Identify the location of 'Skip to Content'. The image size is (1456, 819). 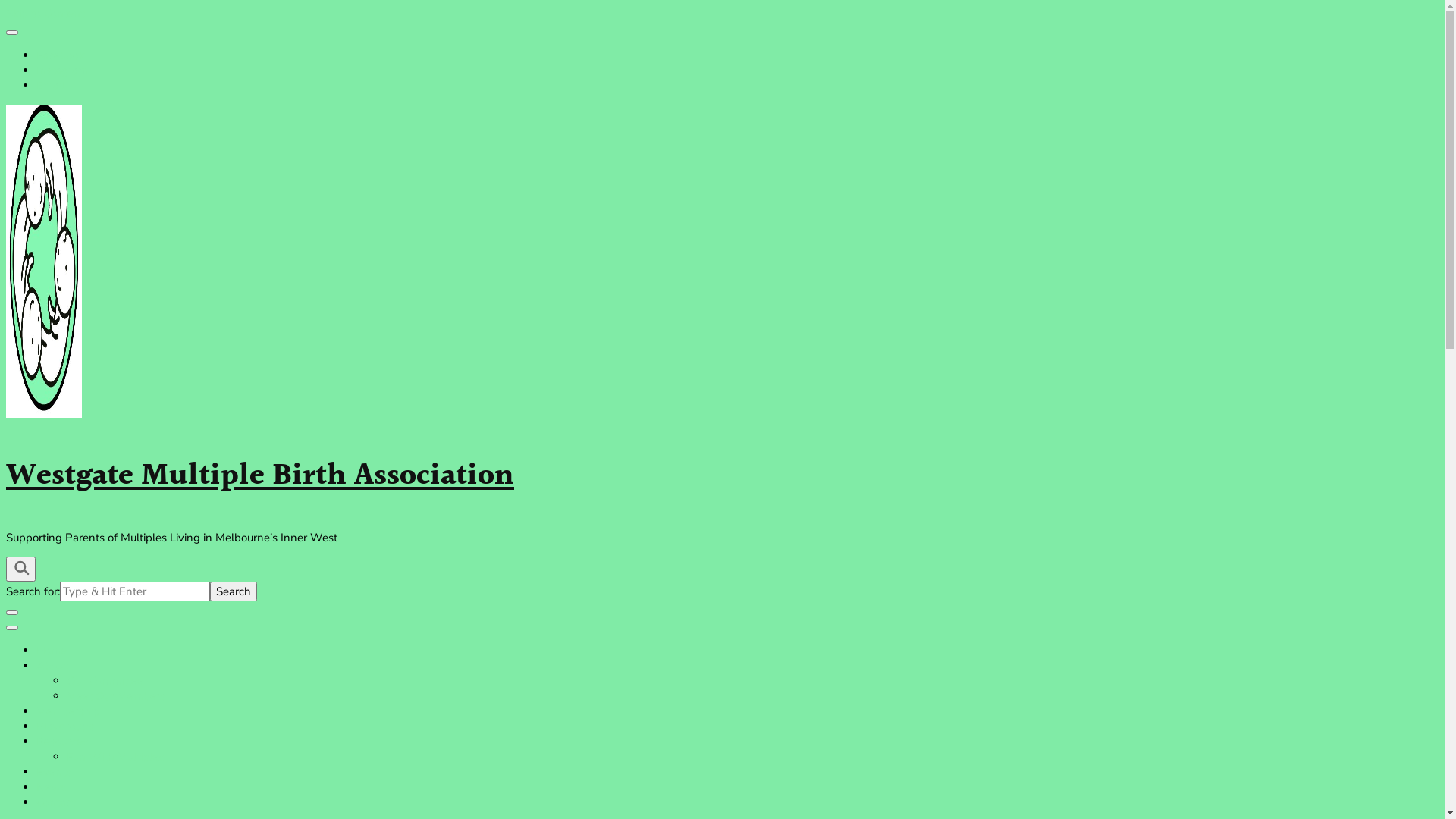
(45, 14).